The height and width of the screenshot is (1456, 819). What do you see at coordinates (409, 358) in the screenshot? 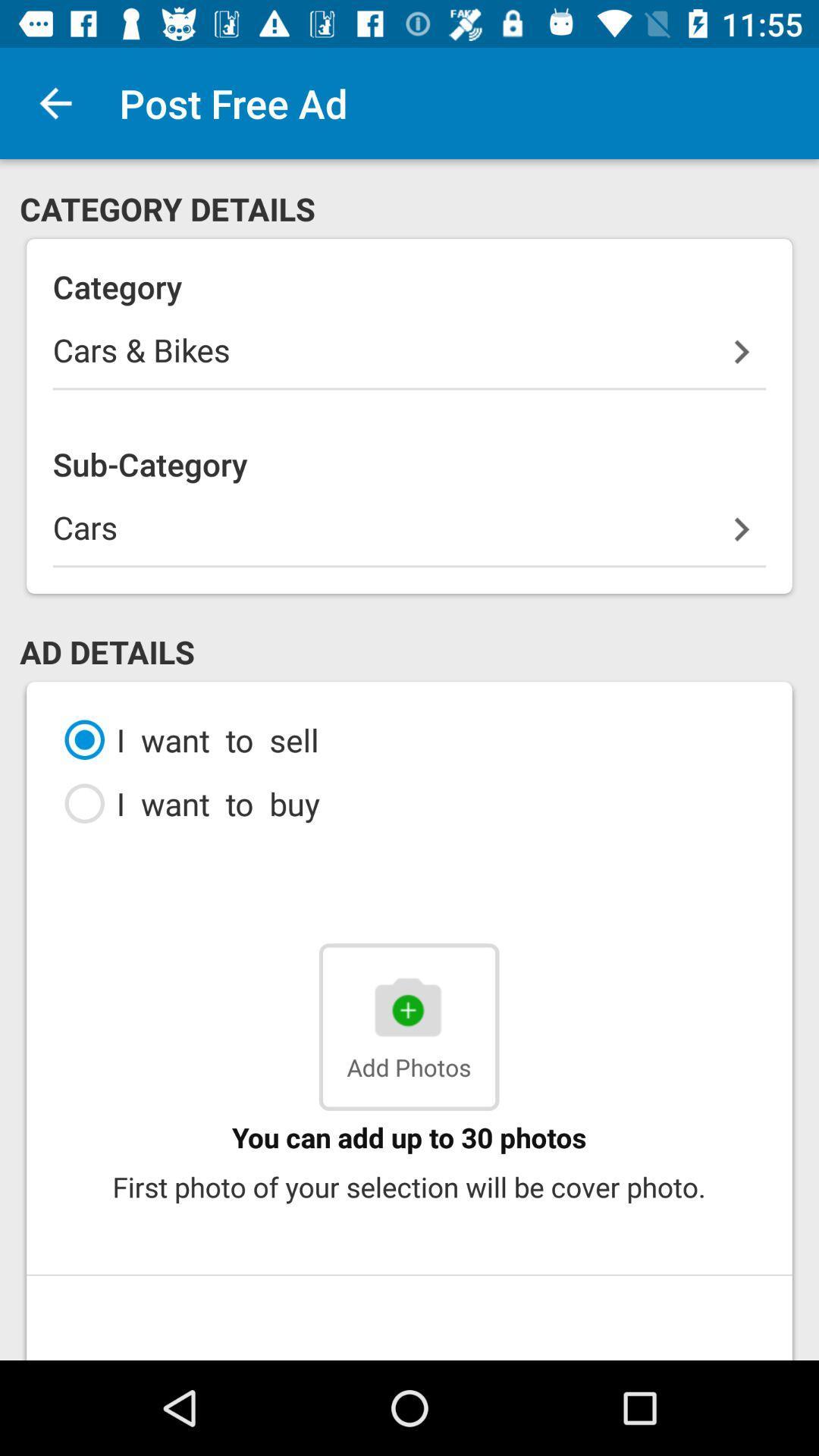
I see `cars & bikes icon` at bounding box center [409, 358].